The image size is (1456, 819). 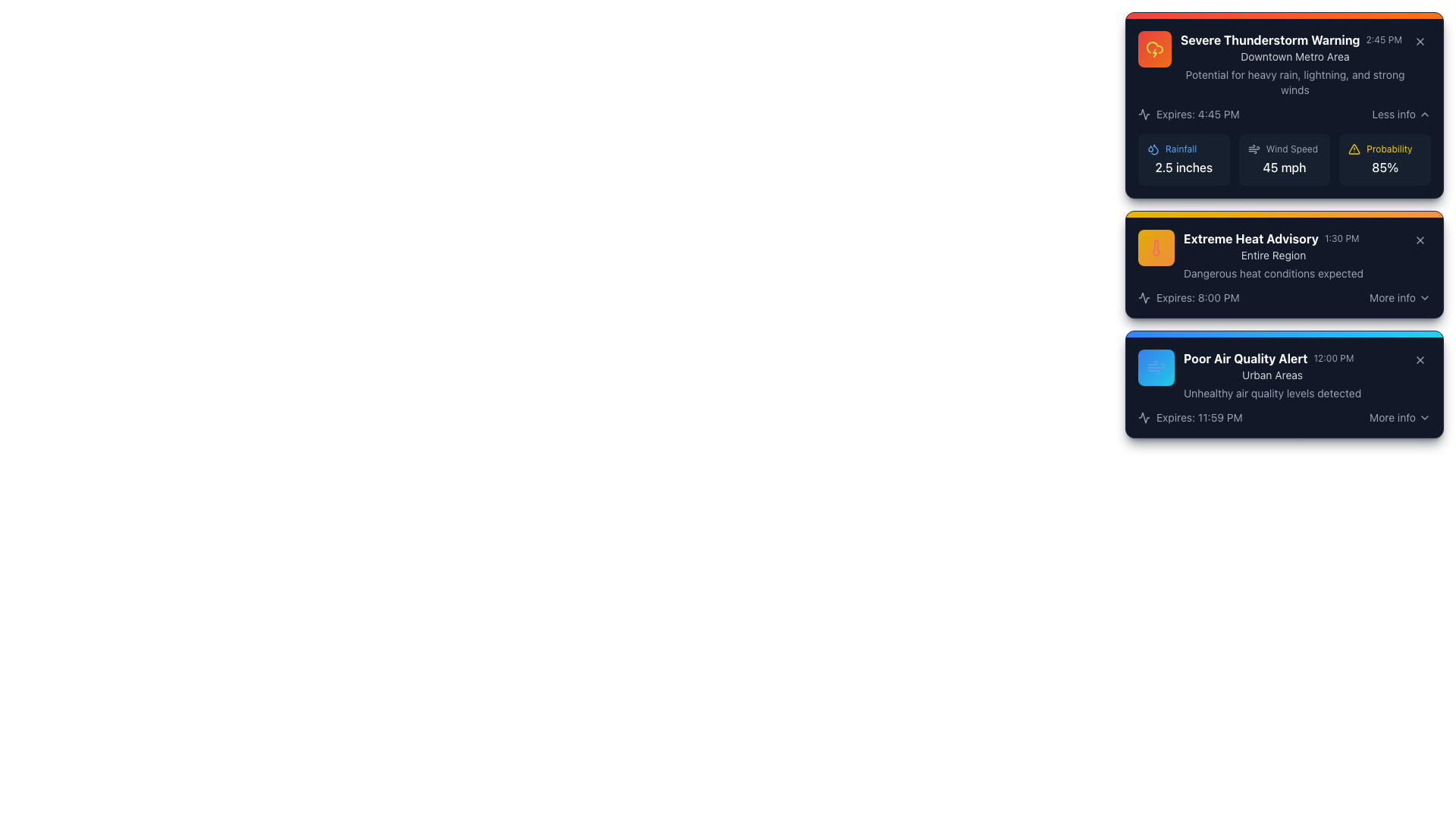 What do you see at coordinates (1197, 113) in the screenshot?
I see `the text label displaying the expiration time of the warning located in the 'Severe Thunderstorm Warning' alert card` at bounding box center [1197, 113].